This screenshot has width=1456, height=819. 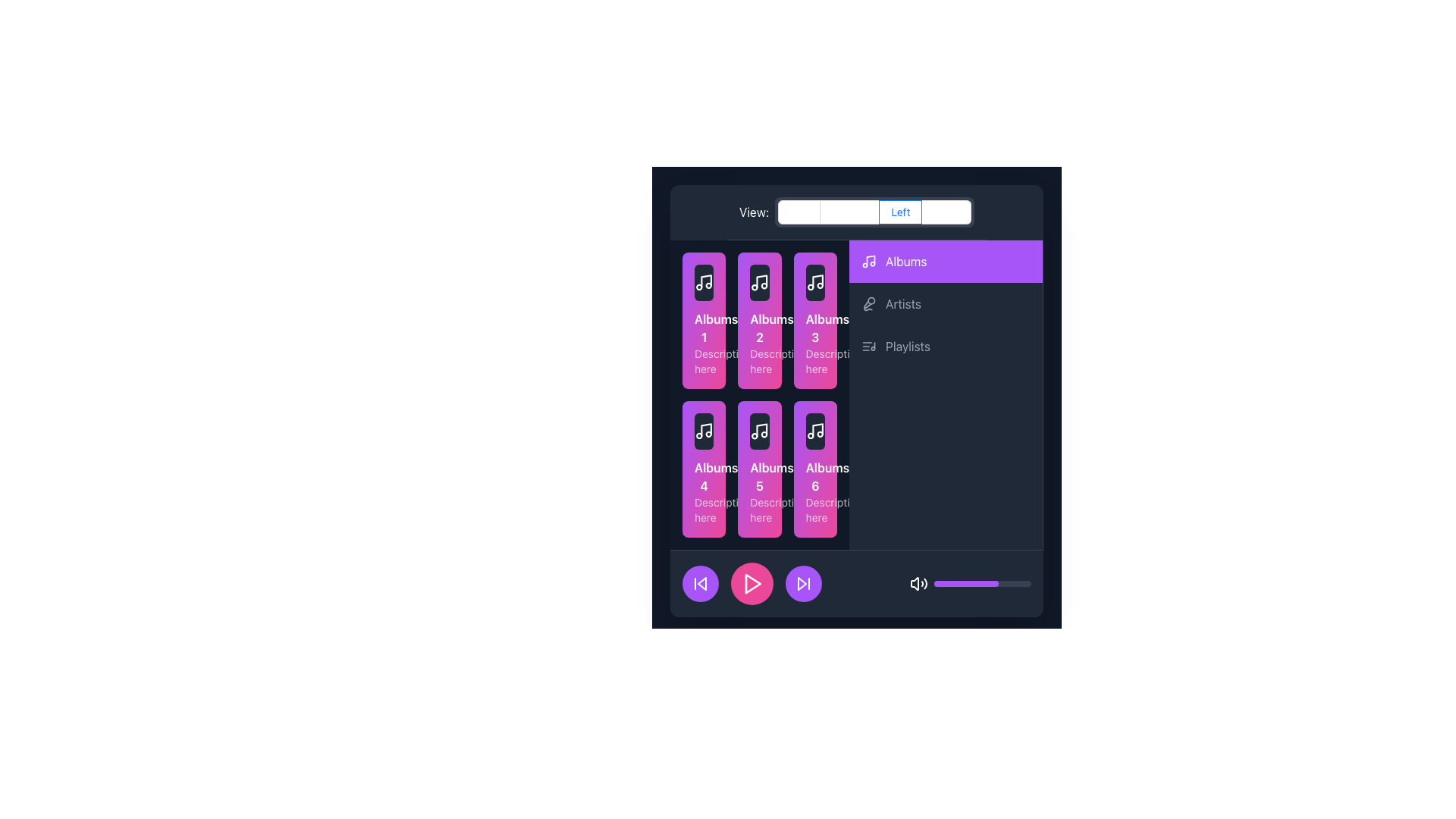 What do you see at coordinates (945, 346) in the screenshot?
I see `the third option in the vertical navigation menu` at bounding box center [945, 346].